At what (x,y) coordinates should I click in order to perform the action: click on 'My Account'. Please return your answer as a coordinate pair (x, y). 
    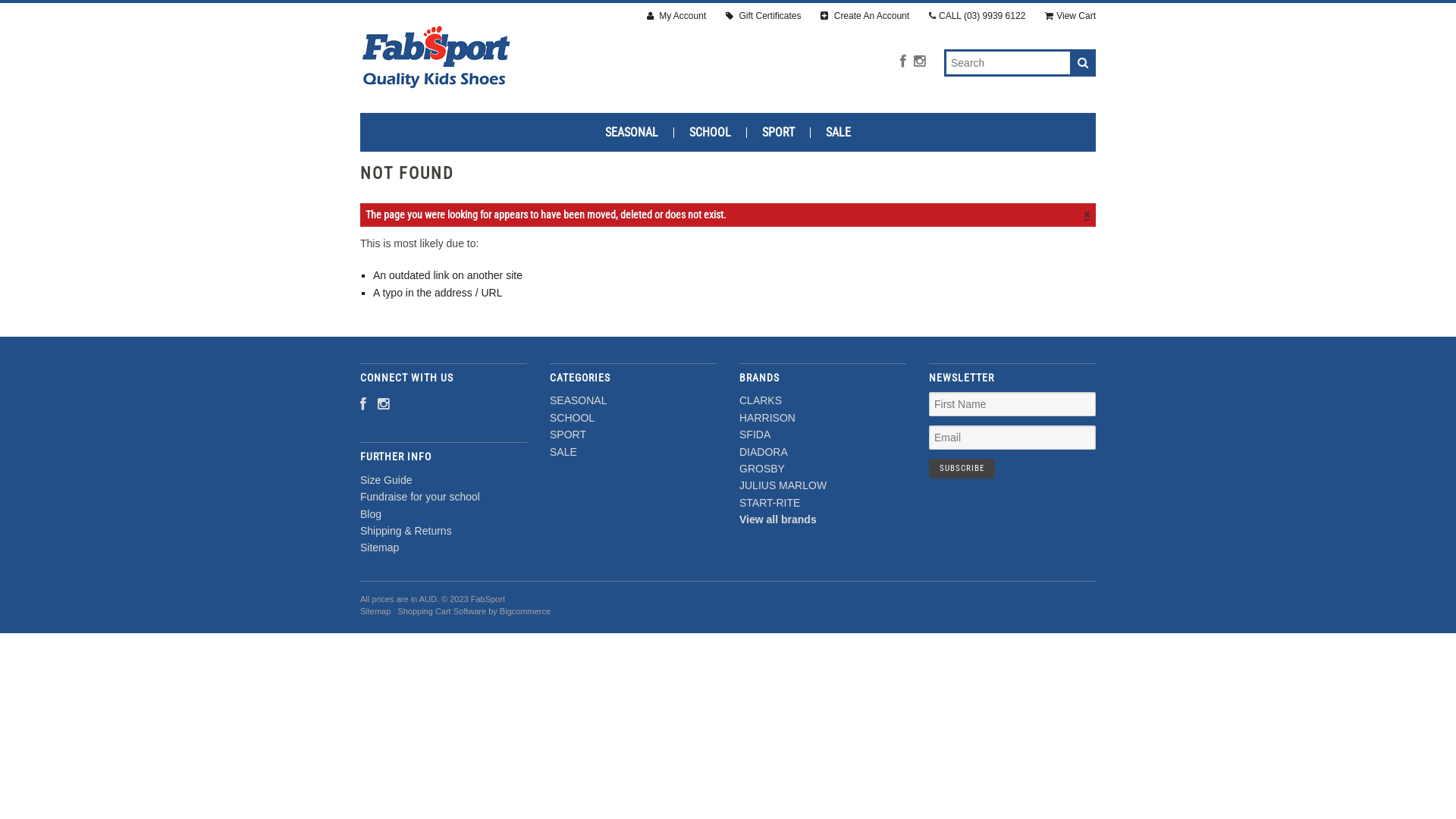
    Looking at the image, I should click on (676, 16).